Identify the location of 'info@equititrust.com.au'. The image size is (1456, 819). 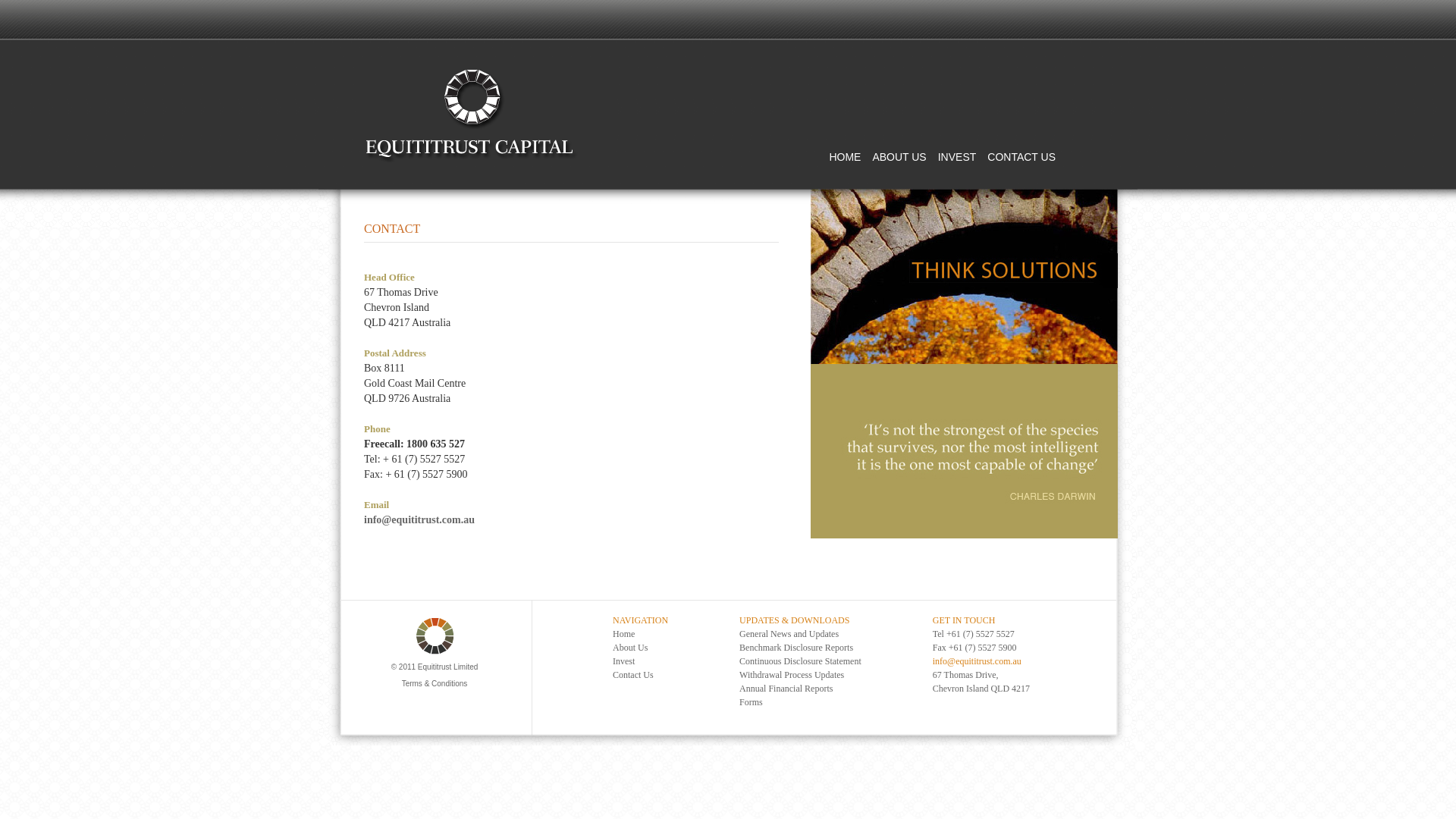
(977, 660).